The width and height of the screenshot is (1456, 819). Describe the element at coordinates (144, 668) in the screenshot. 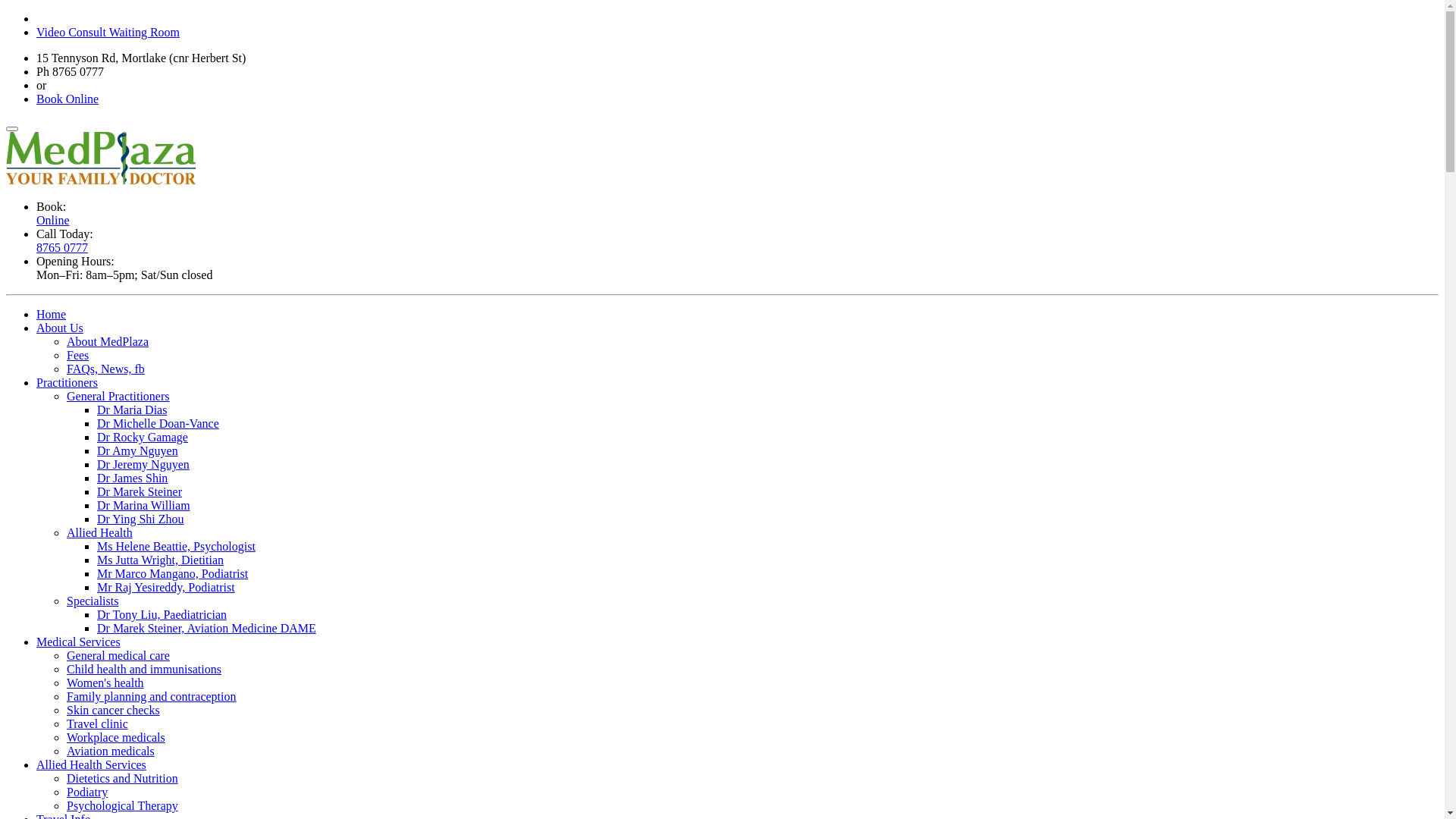

I see `'Child health and immunisations'` at that location.